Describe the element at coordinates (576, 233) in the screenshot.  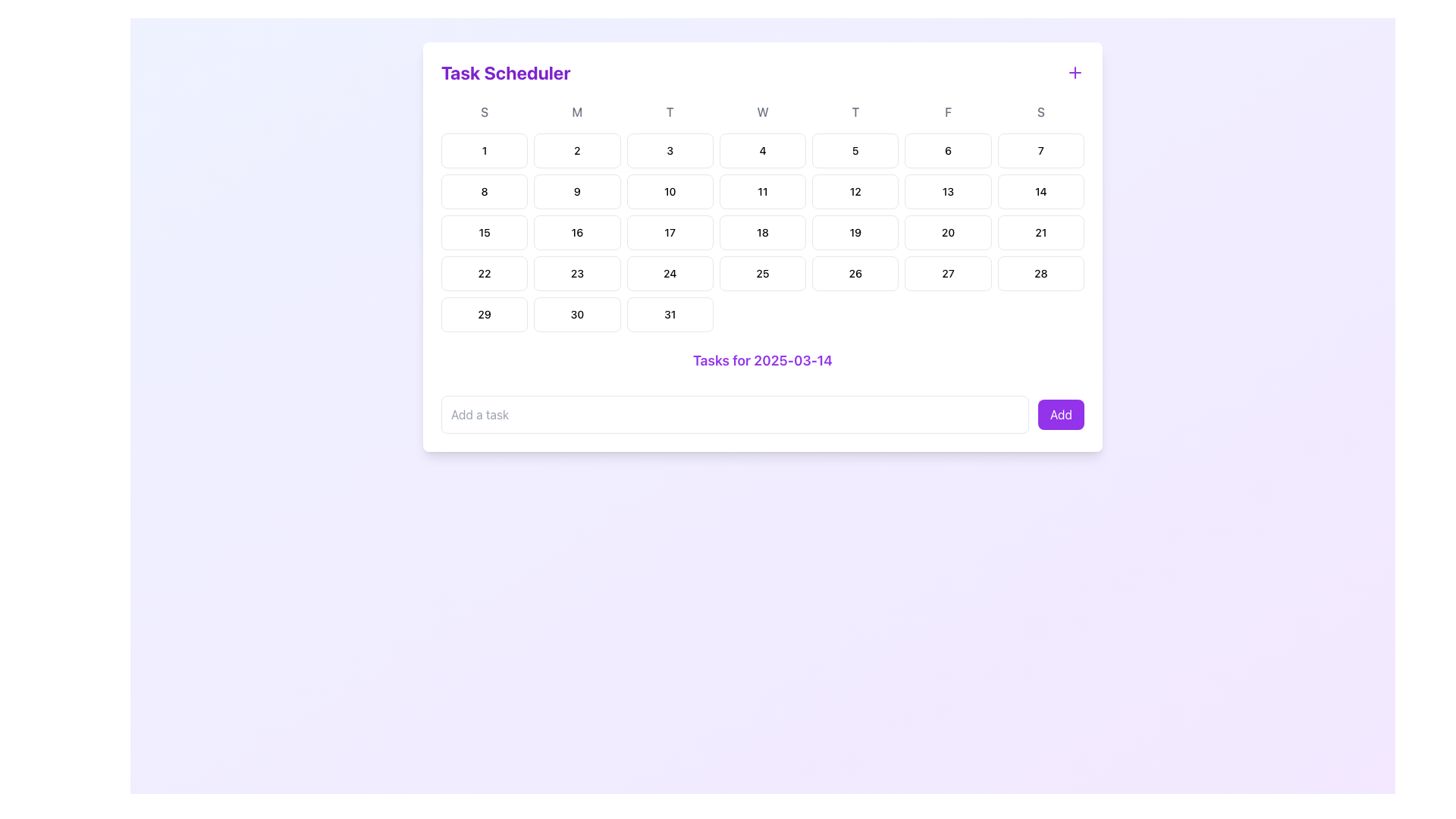
I see `the button labeled '16' located in the third row and second column of the calendar grid` at that location.